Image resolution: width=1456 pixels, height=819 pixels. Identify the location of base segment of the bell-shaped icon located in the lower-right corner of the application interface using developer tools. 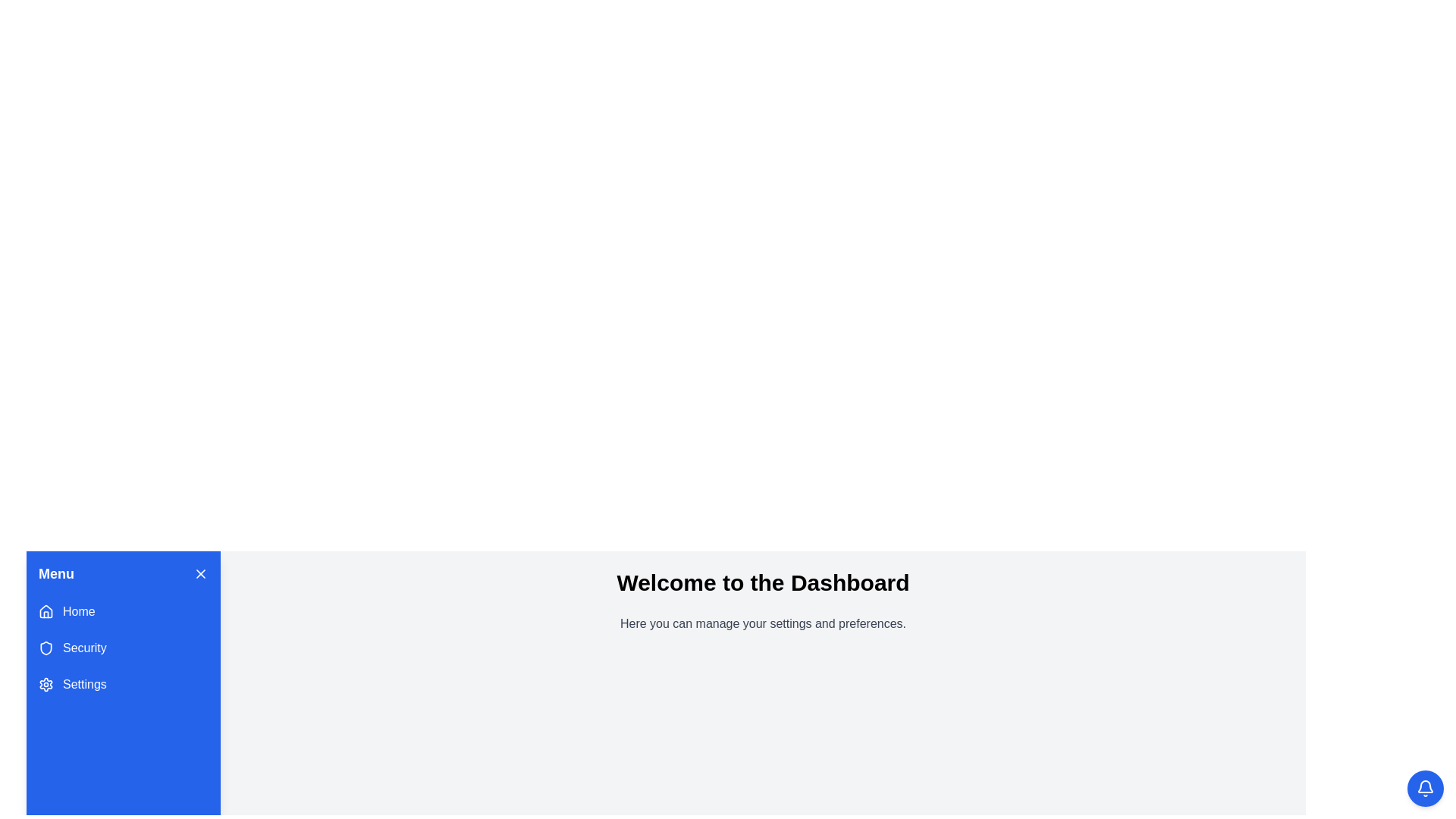
(1425, 786).